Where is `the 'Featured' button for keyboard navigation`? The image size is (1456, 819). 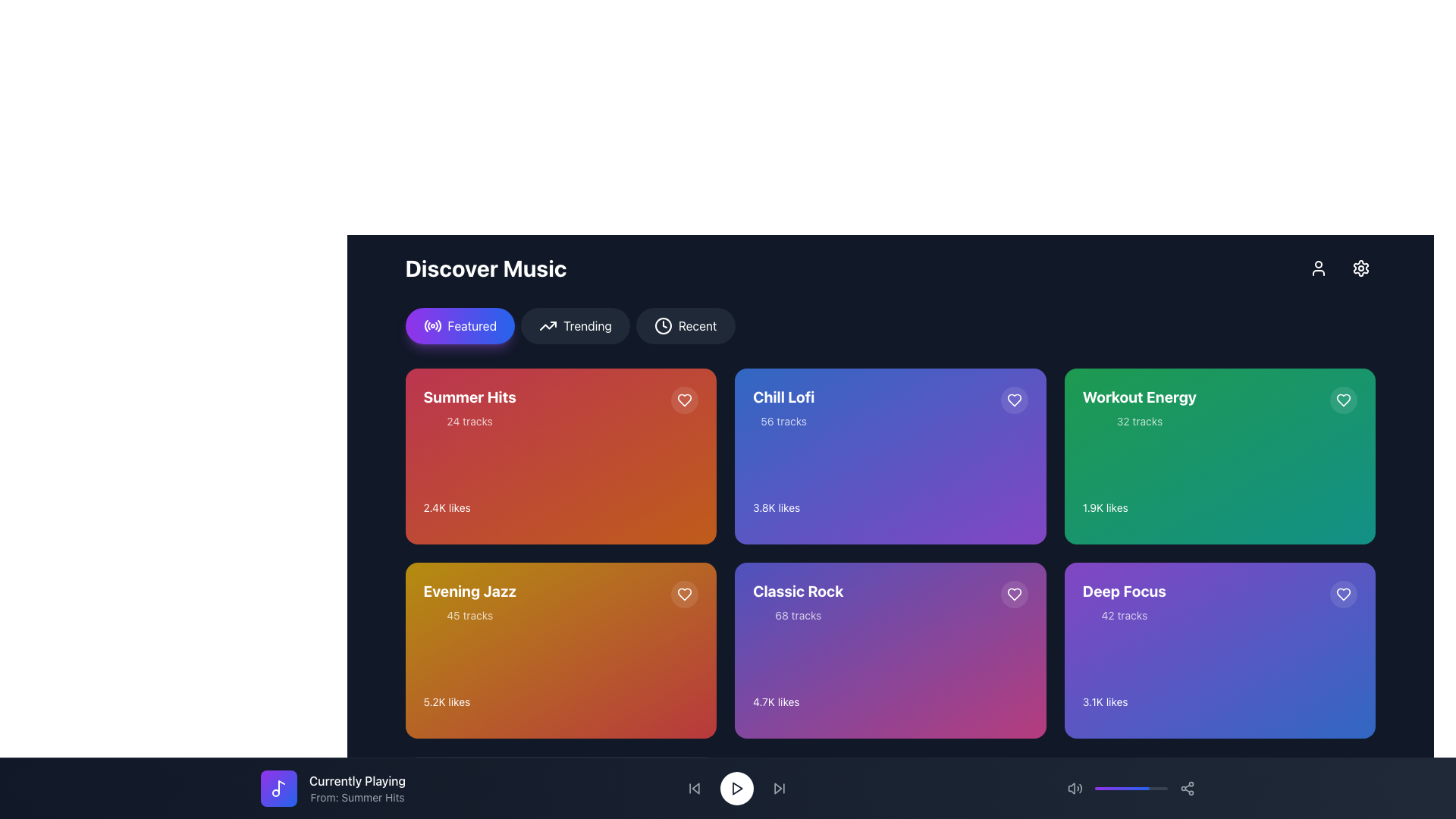
the 'Featured' button for keyboard navigation is located at coordinates (459, 325).